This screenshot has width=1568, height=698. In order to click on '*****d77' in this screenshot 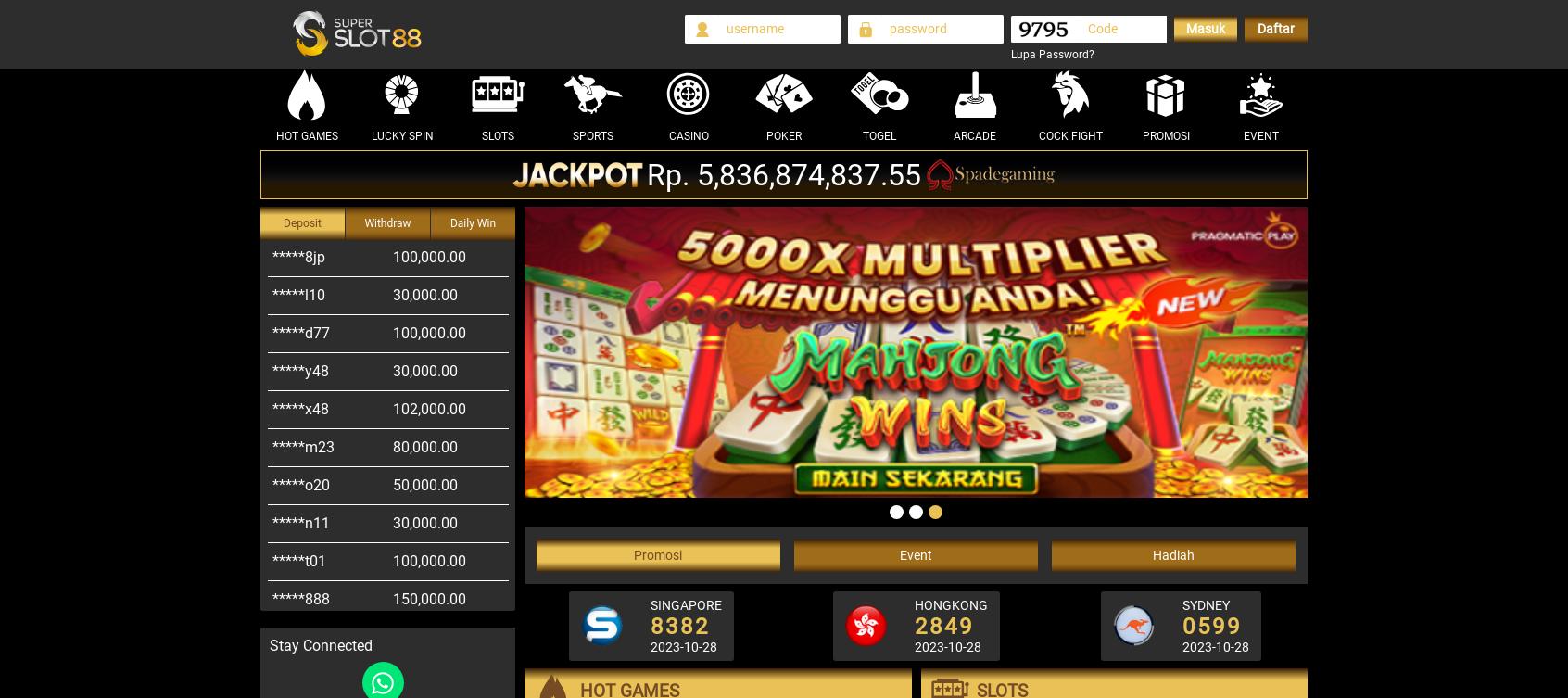, I will do `click(300, 294)`.